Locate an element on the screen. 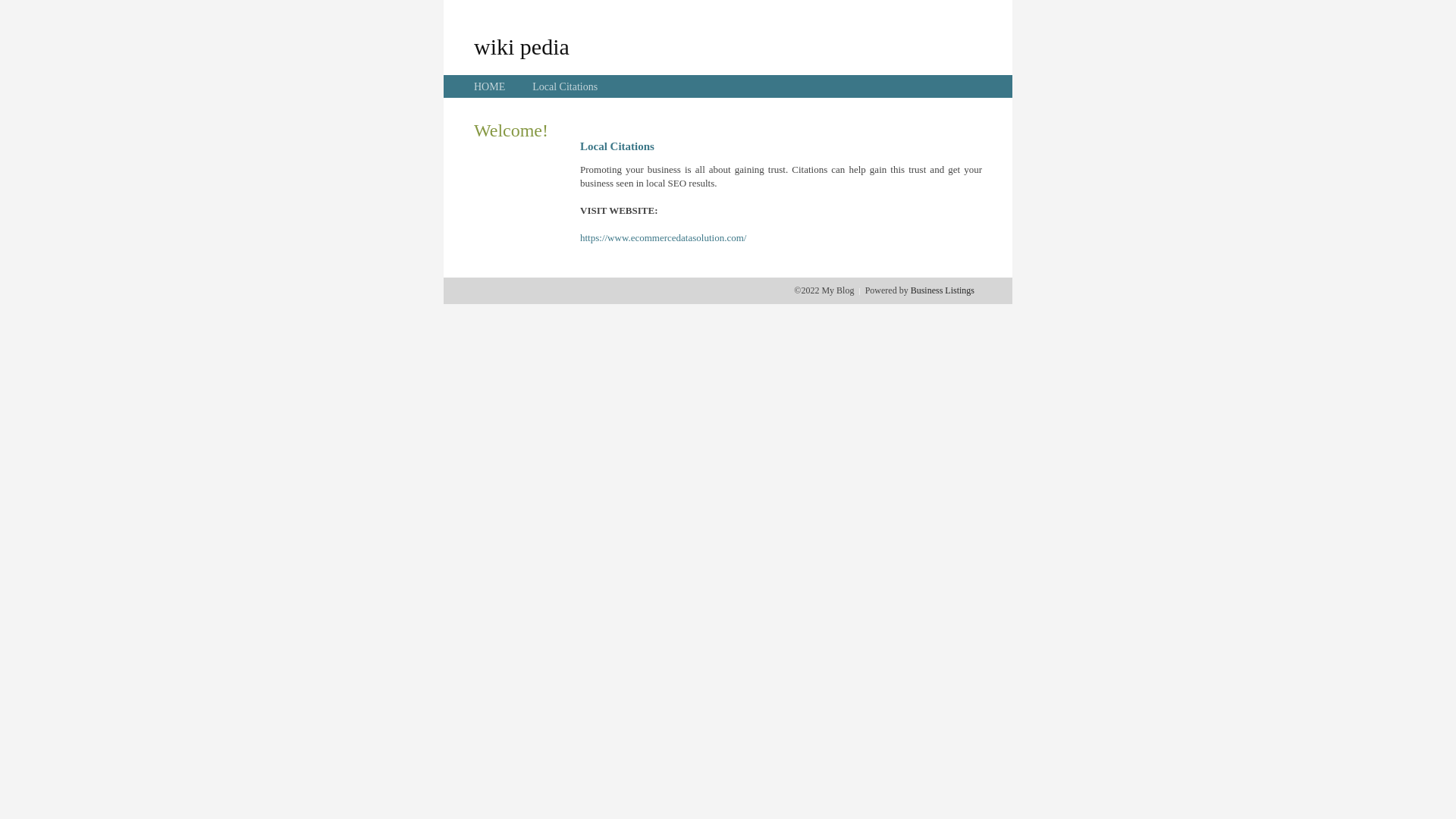 The width and height of the screenshot is (1456, 819). 'Local Citations' is located at coordinates (563, 86).